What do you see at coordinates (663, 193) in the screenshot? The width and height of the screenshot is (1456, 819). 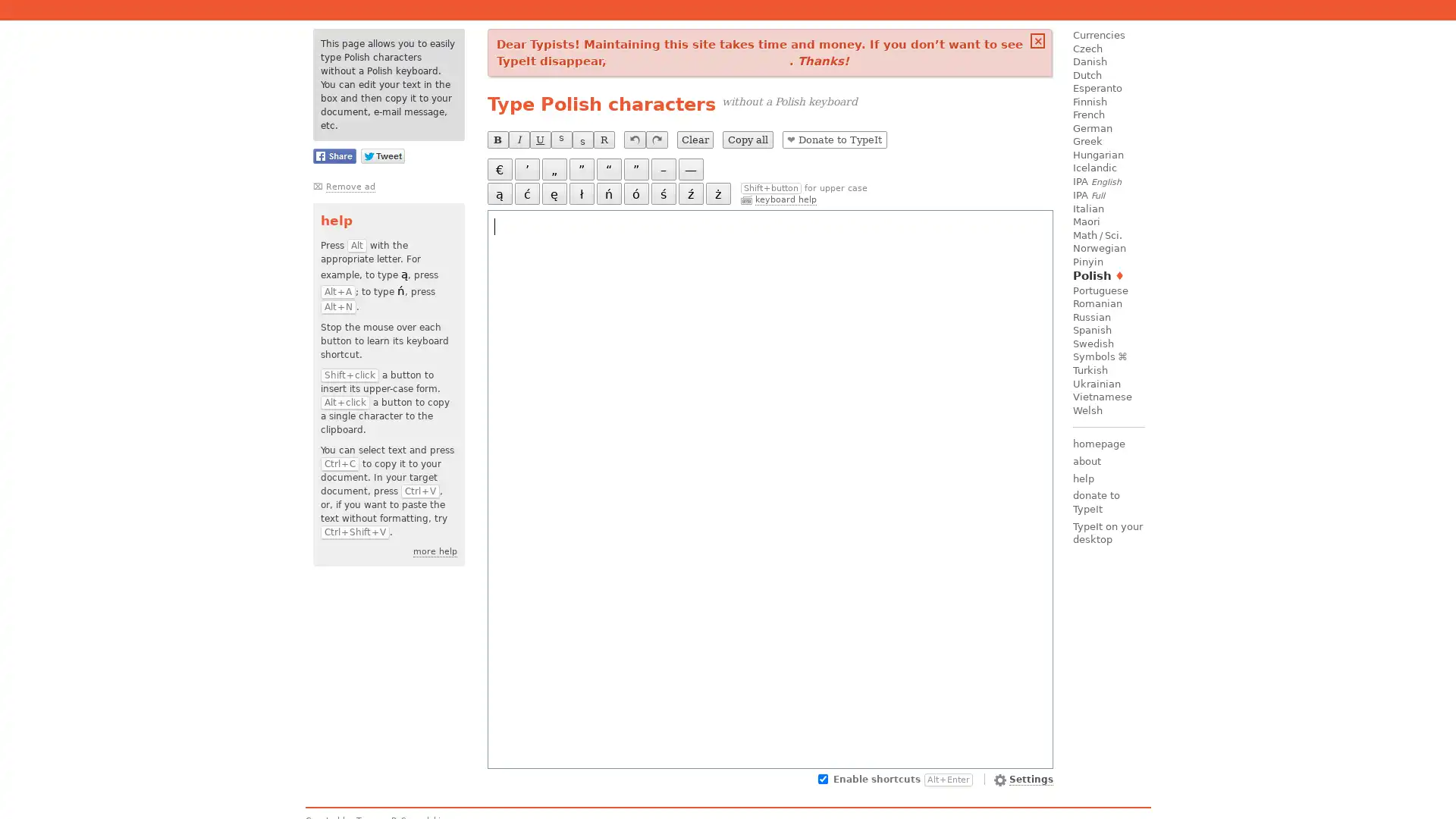 I see `s` at bounding box center [663, 193].